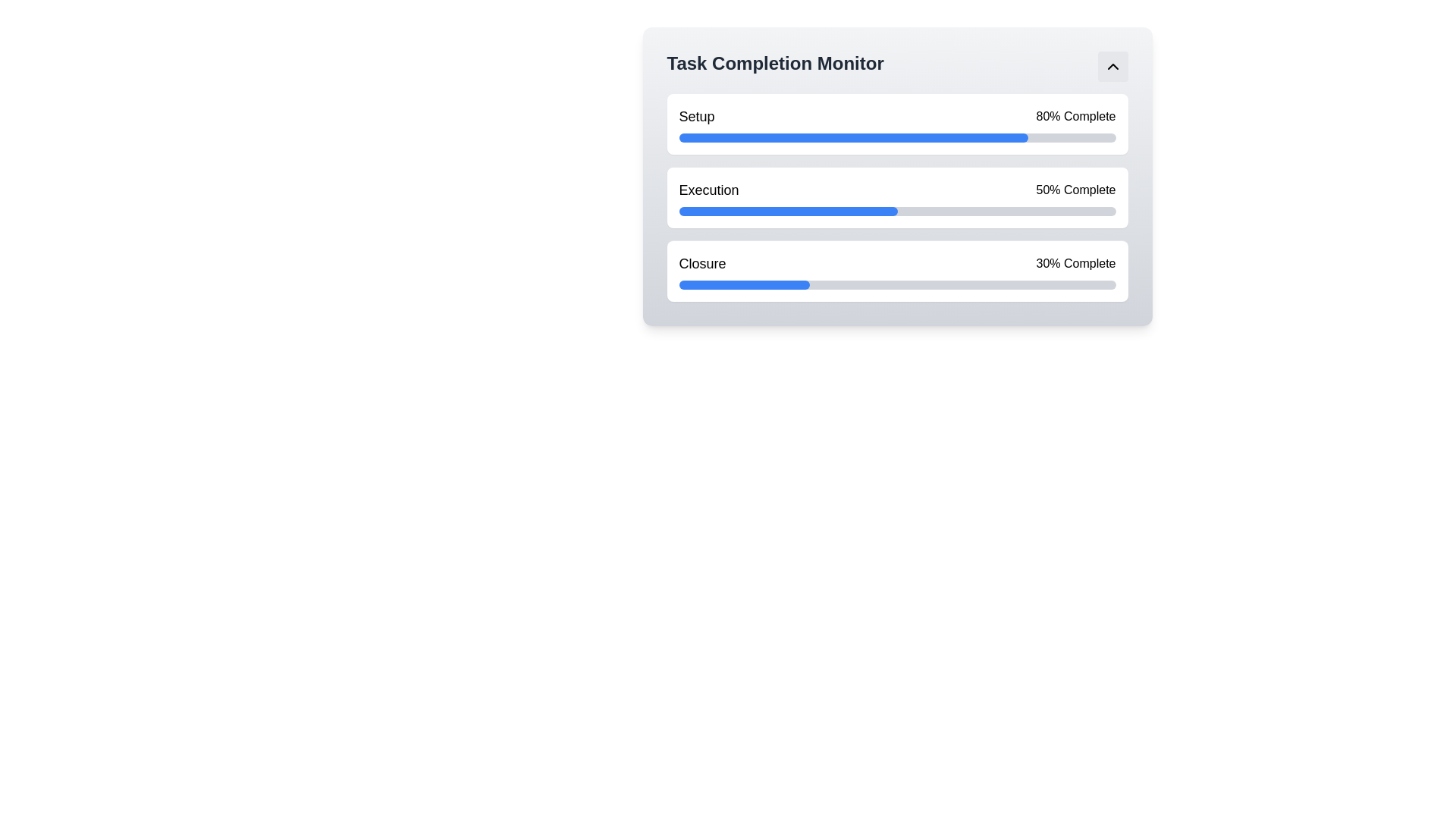 This screenshot has height=819, width=1456. I want to click on the progress bar indicating 'Setup' which shows 80% completion, located in the first section of the task completion monitor interface, so click(897, 137).